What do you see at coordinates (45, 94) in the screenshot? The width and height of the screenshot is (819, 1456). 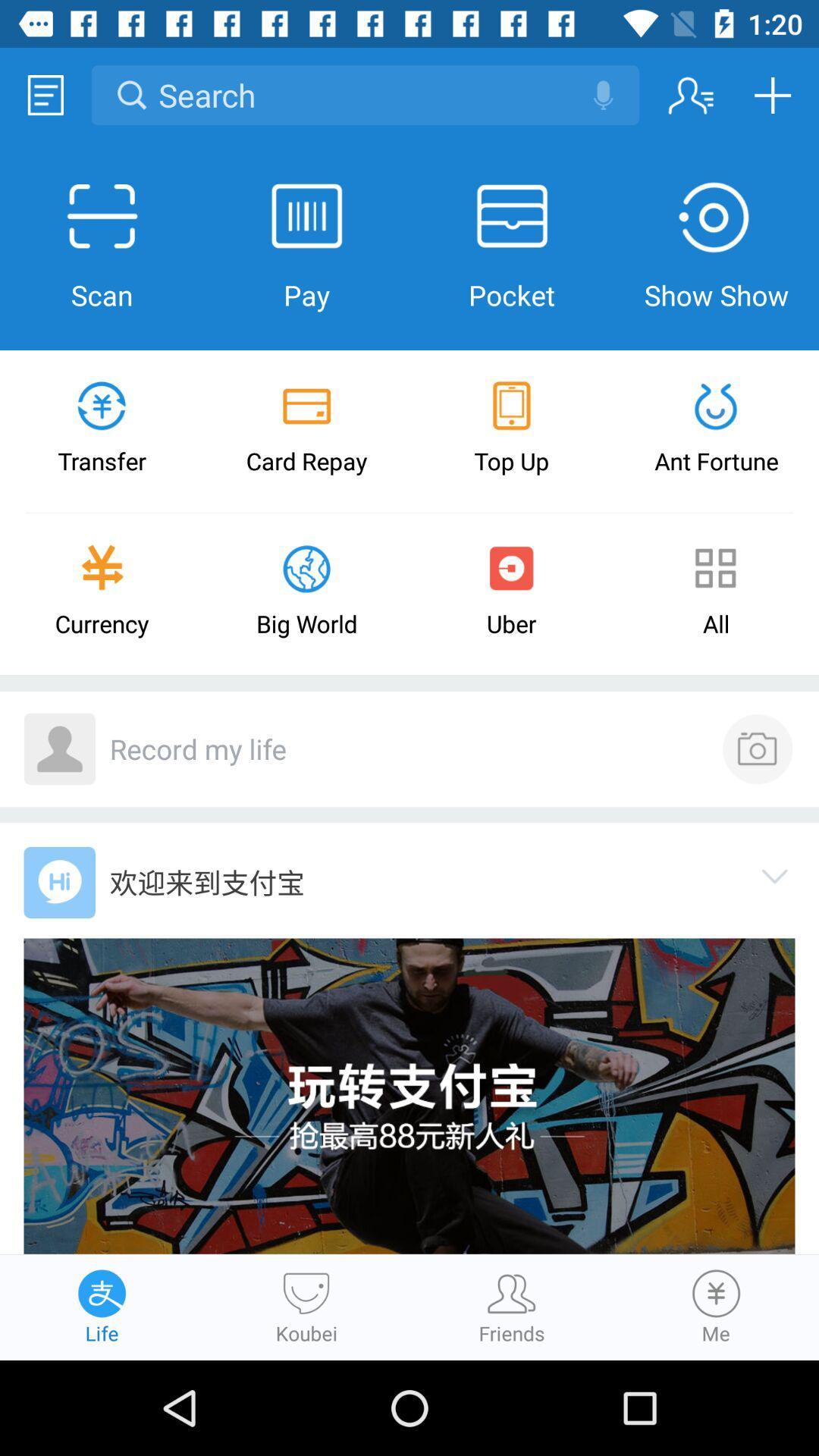 I see `the button on top left of page` at bounding box center [45, 94].